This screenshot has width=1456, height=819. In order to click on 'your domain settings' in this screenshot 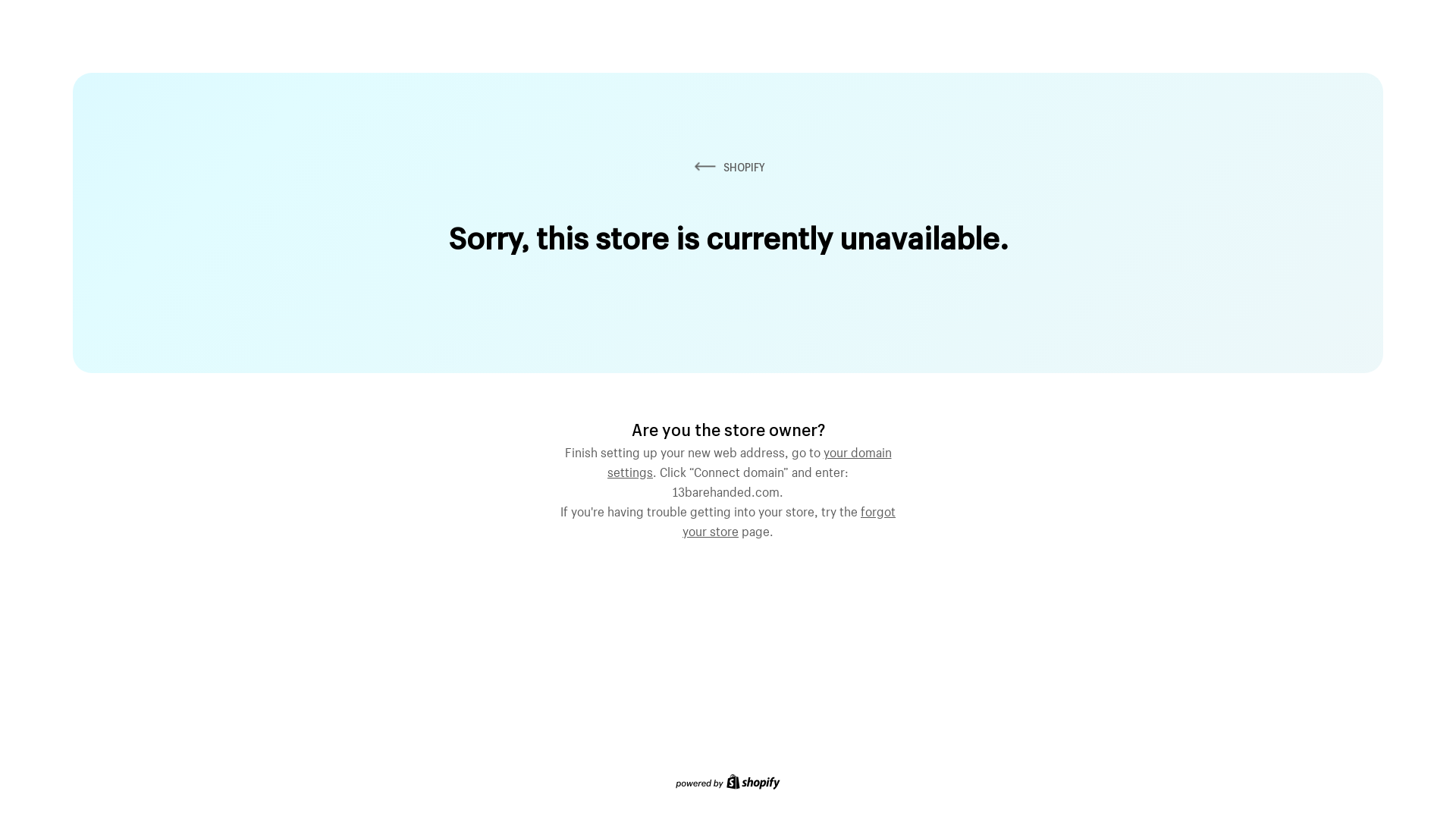, I will do `click(749, 459)`.